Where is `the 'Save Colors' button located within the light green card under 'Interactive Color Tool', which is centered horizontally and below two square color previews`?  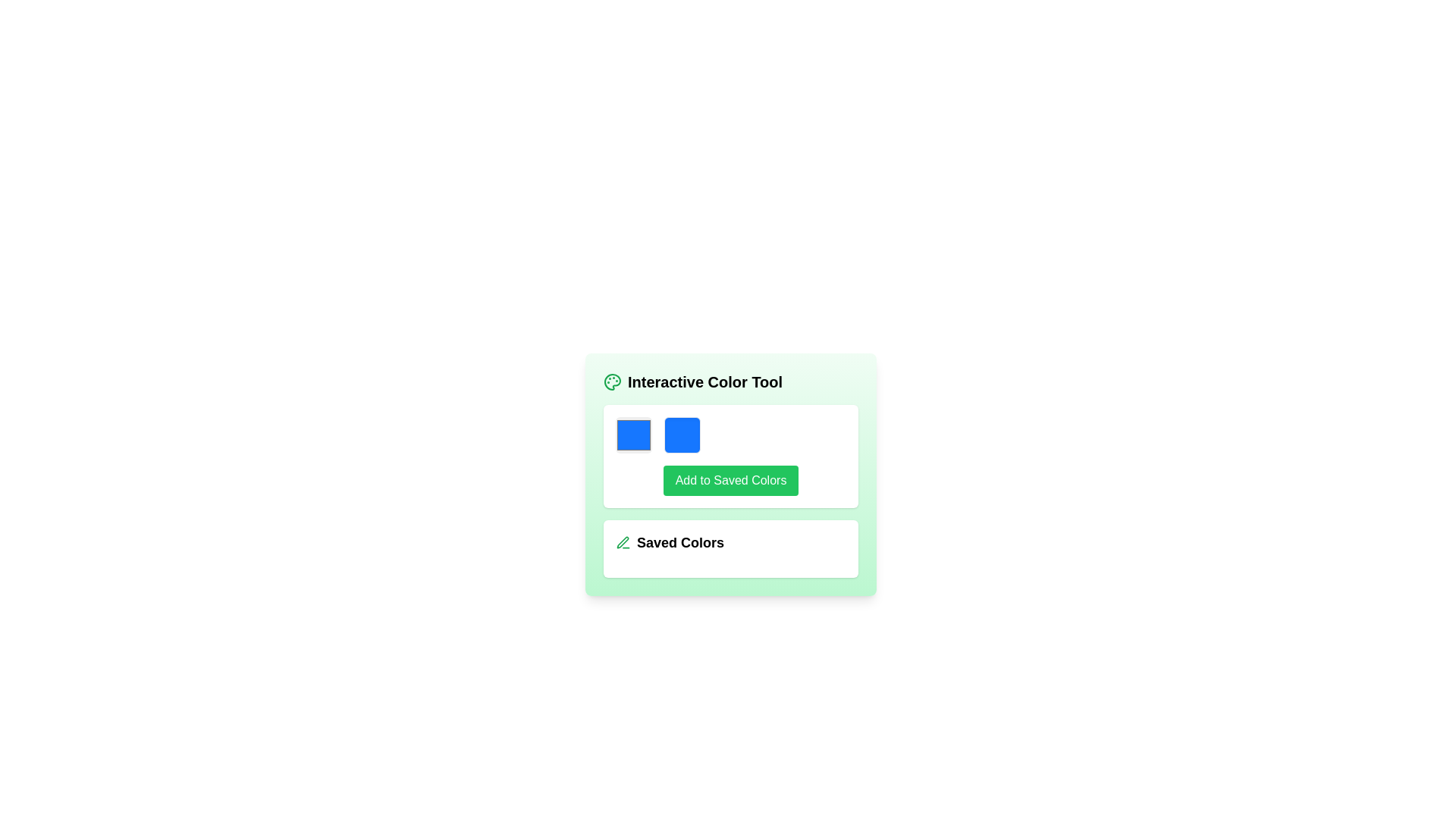 the 'Save Colors' button located within the light green card under 'Interactive Color Tool', which is centered horizontally and below two square color previews is located at coordinates (731, 480).